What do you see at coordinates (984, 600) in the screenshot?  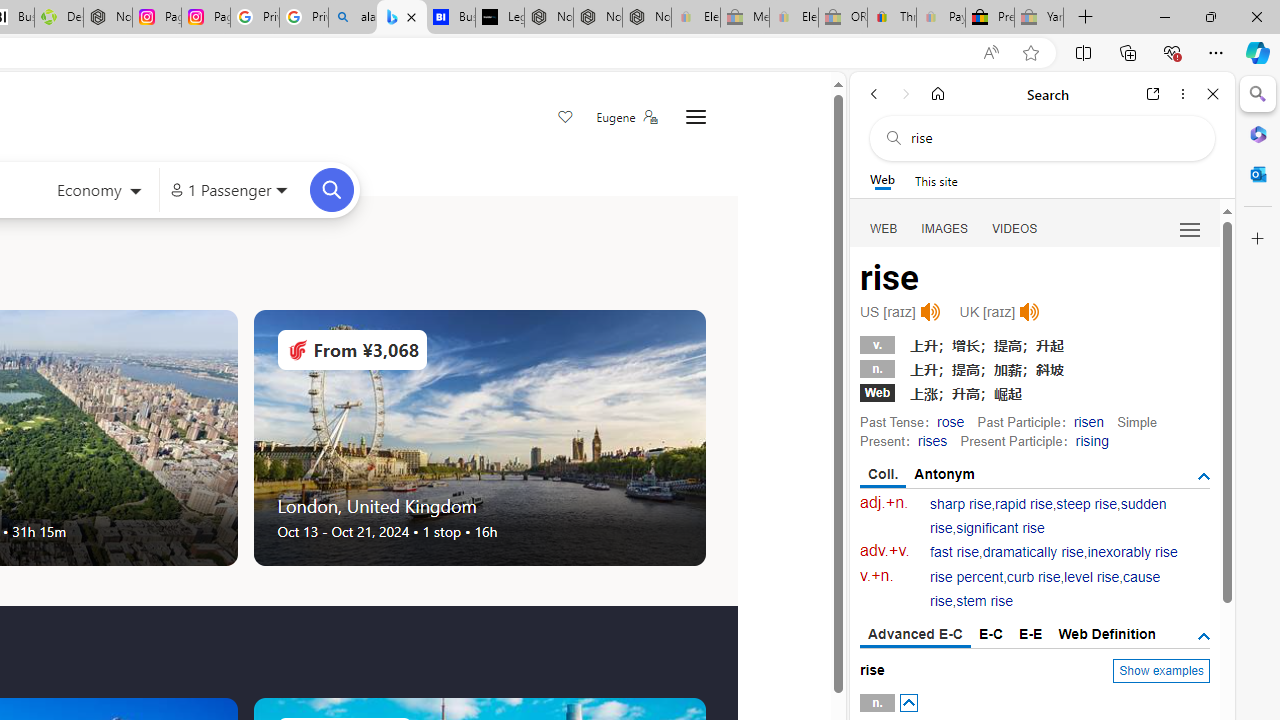 I see `'stem rise'` at bounding box center [984, 600].